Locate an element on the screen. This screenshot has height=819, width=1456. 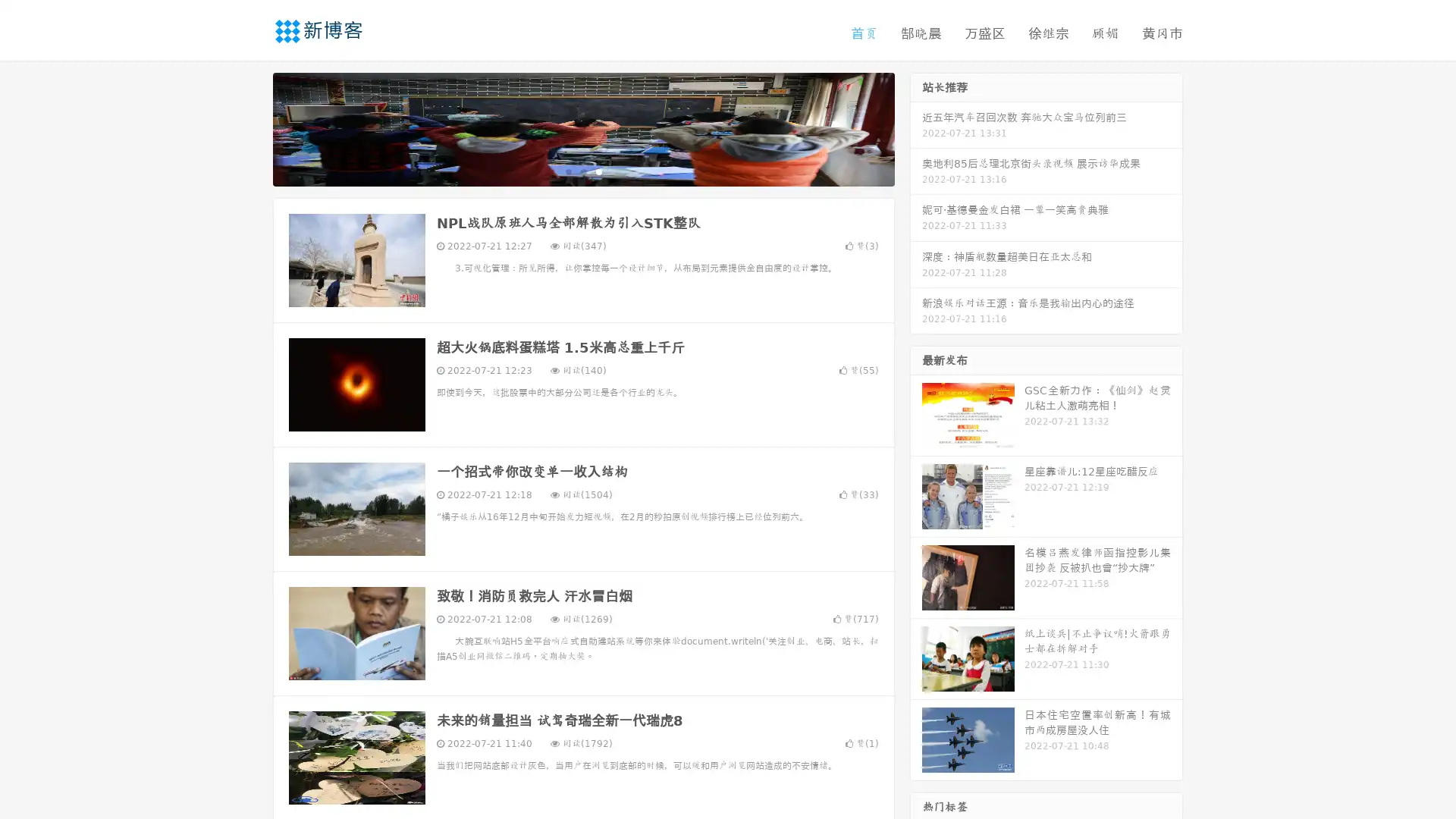
Previous slide is located at coordinates (250, 127).